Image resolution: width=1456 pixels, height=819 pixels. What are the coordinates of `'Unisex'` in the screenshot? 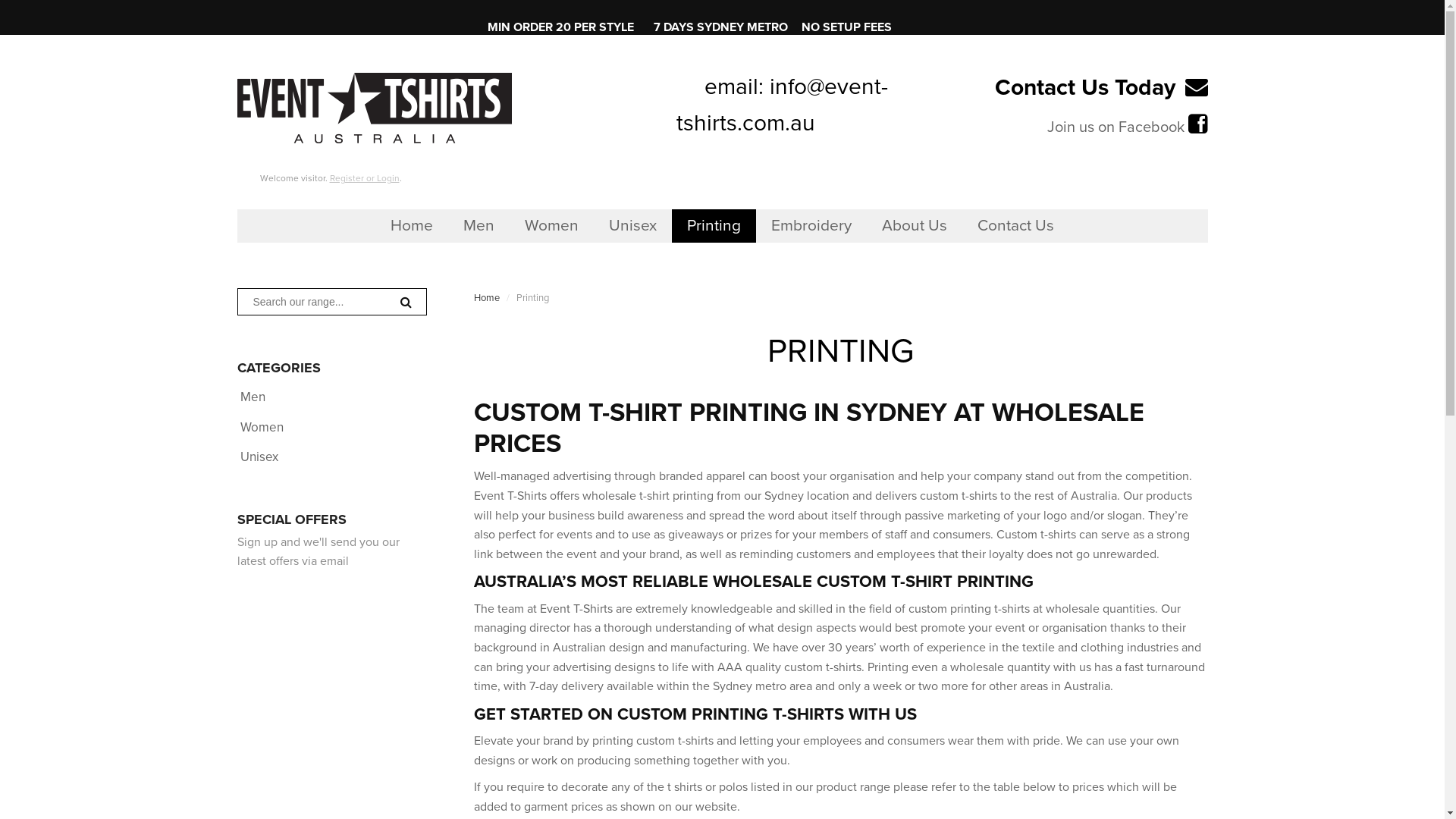 It's located at (258, 456).